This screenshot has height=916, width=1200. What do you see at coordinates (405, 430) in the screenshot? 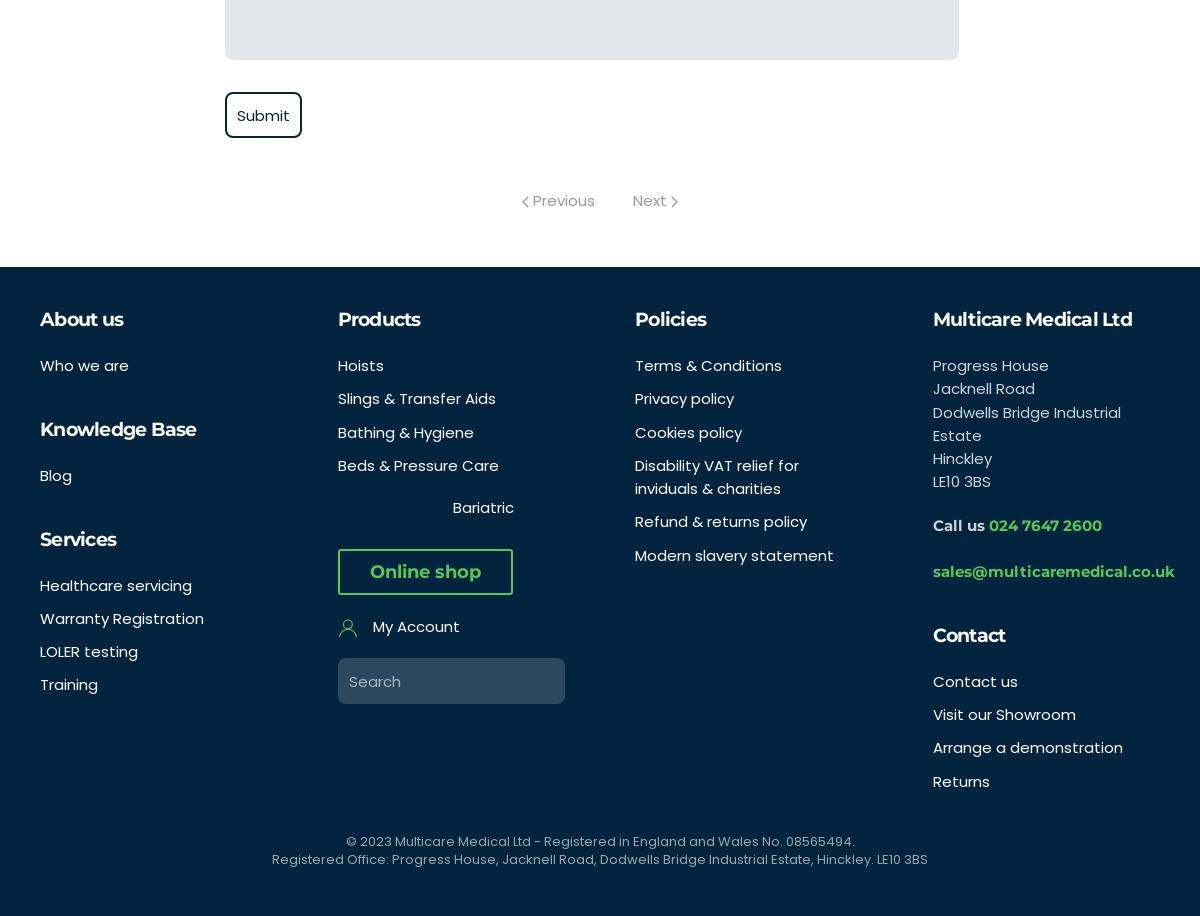
I see `'Bathing & Hygiene'` at bounding box center [405, 430].